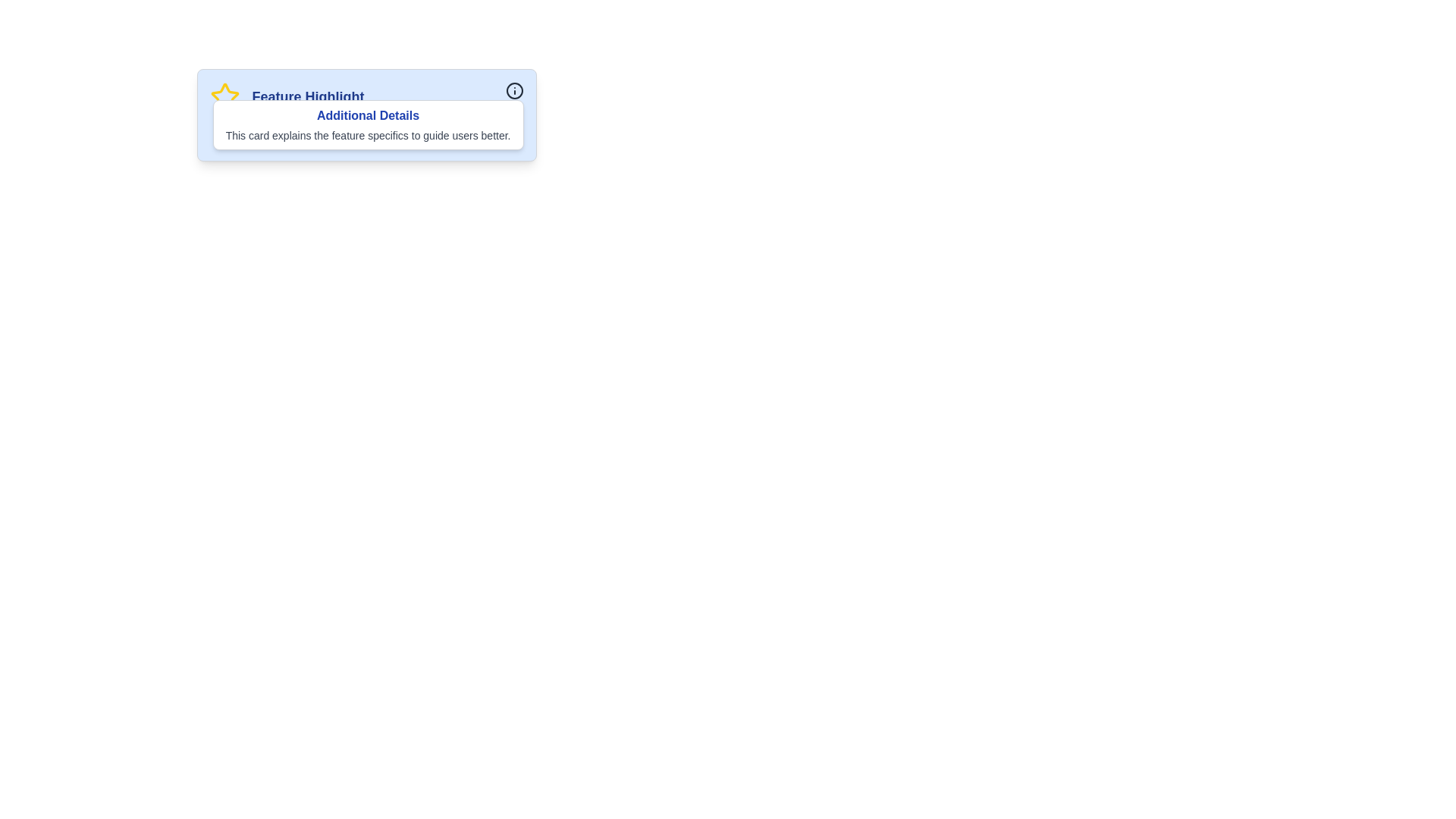  What do you see at coordinates (366, 96) in the screenshot?
I see `text of the Header element labeled 'Feature Highlight' that includes a yellow star icon, located at the top of the card component` at bounding box center [366, 96].